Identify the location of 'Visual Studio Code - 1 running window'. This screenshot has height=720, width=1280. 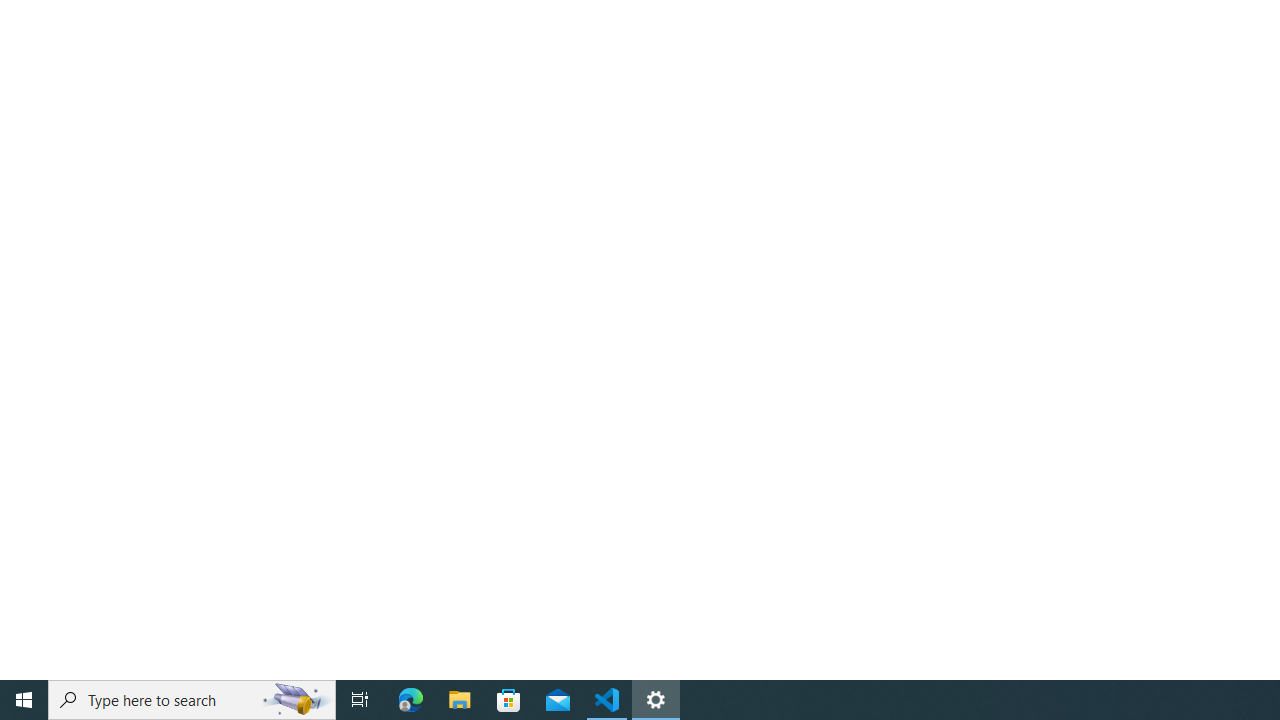
(606, 698).